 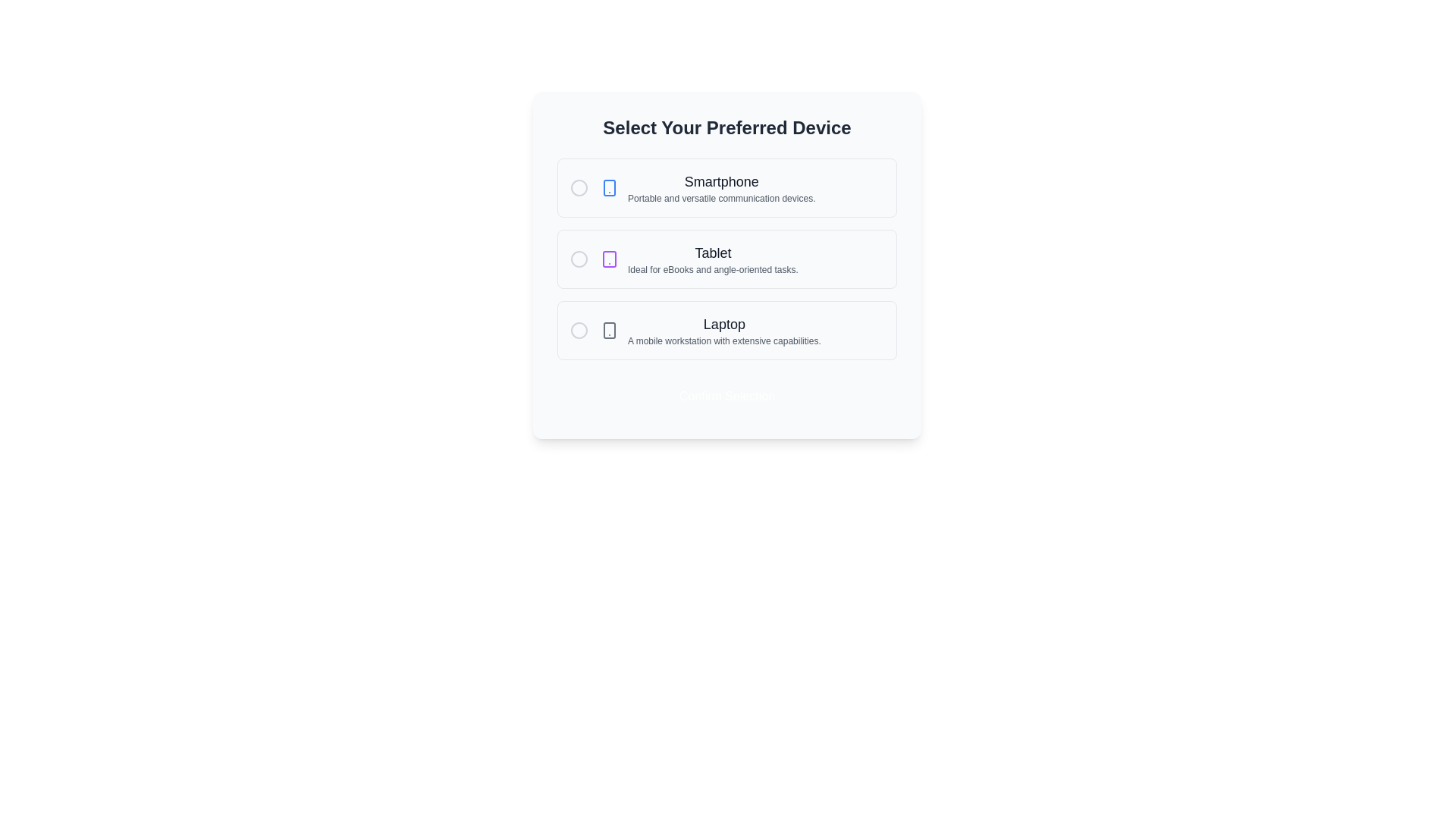 I want to click on the central graphical element representing the smartphone body within the SVG icon, which is located to the left of the 'Smartphone' label in the selection list, so click(x=610, y=187).